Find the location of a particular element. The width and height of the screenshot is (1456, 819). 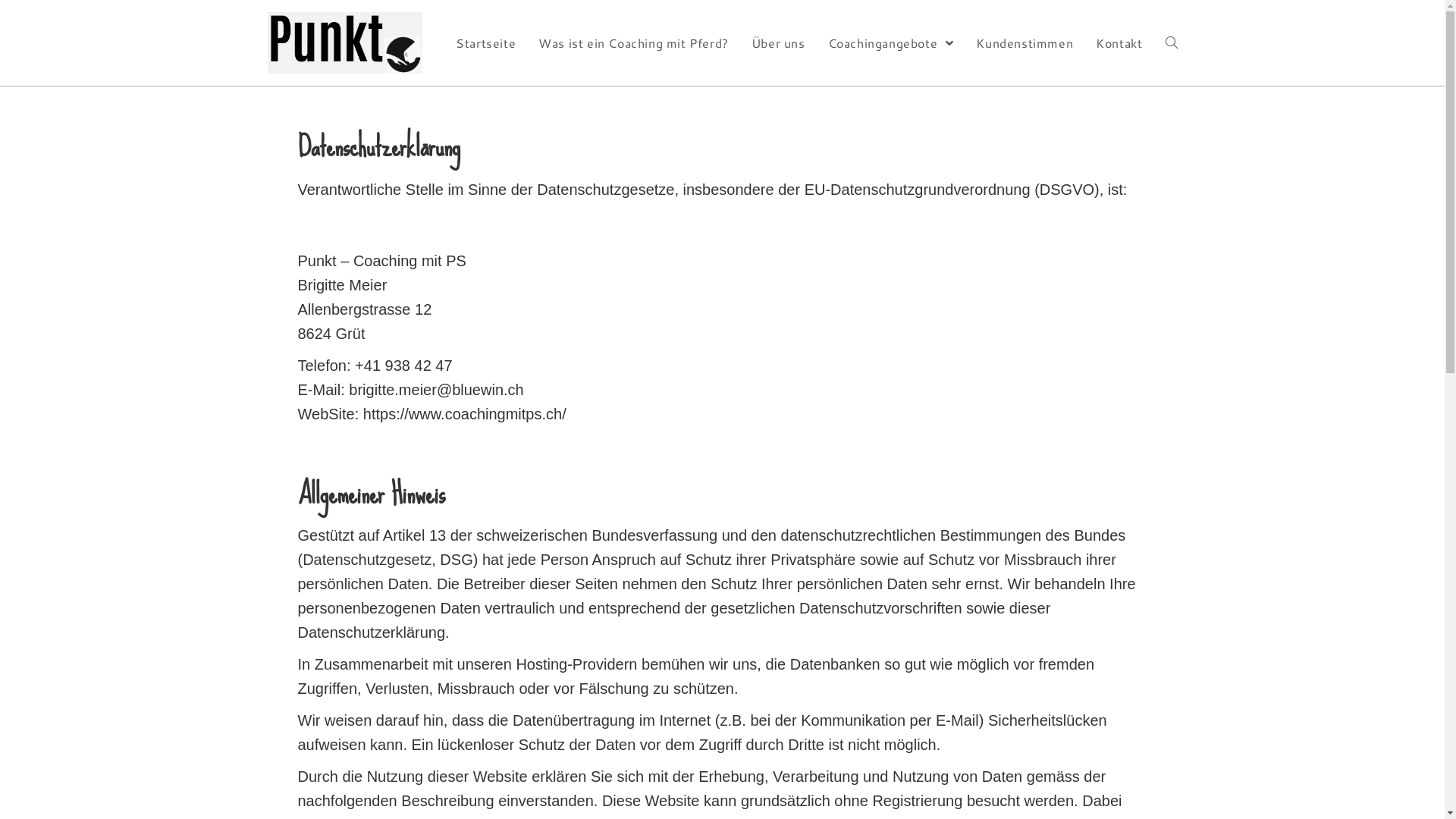

'Kontakt' is located at coordinates (1119, 42).